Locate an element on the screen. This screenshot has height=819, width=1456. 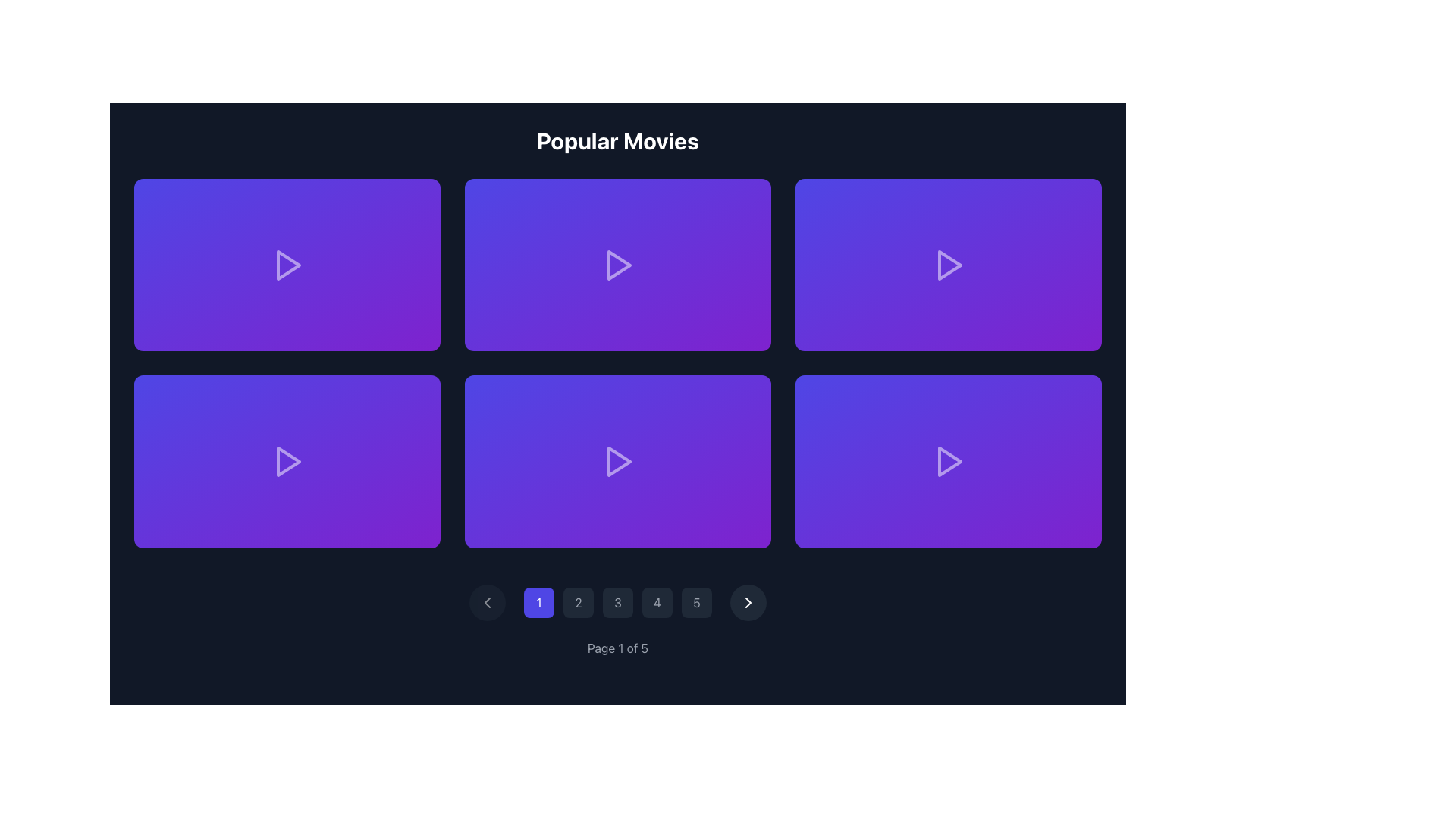
the triangular play icon with a light shade on a purple gradient background located inside the second card of the top row in the 'Popular Movies' section is located at coordinates (619, 263).